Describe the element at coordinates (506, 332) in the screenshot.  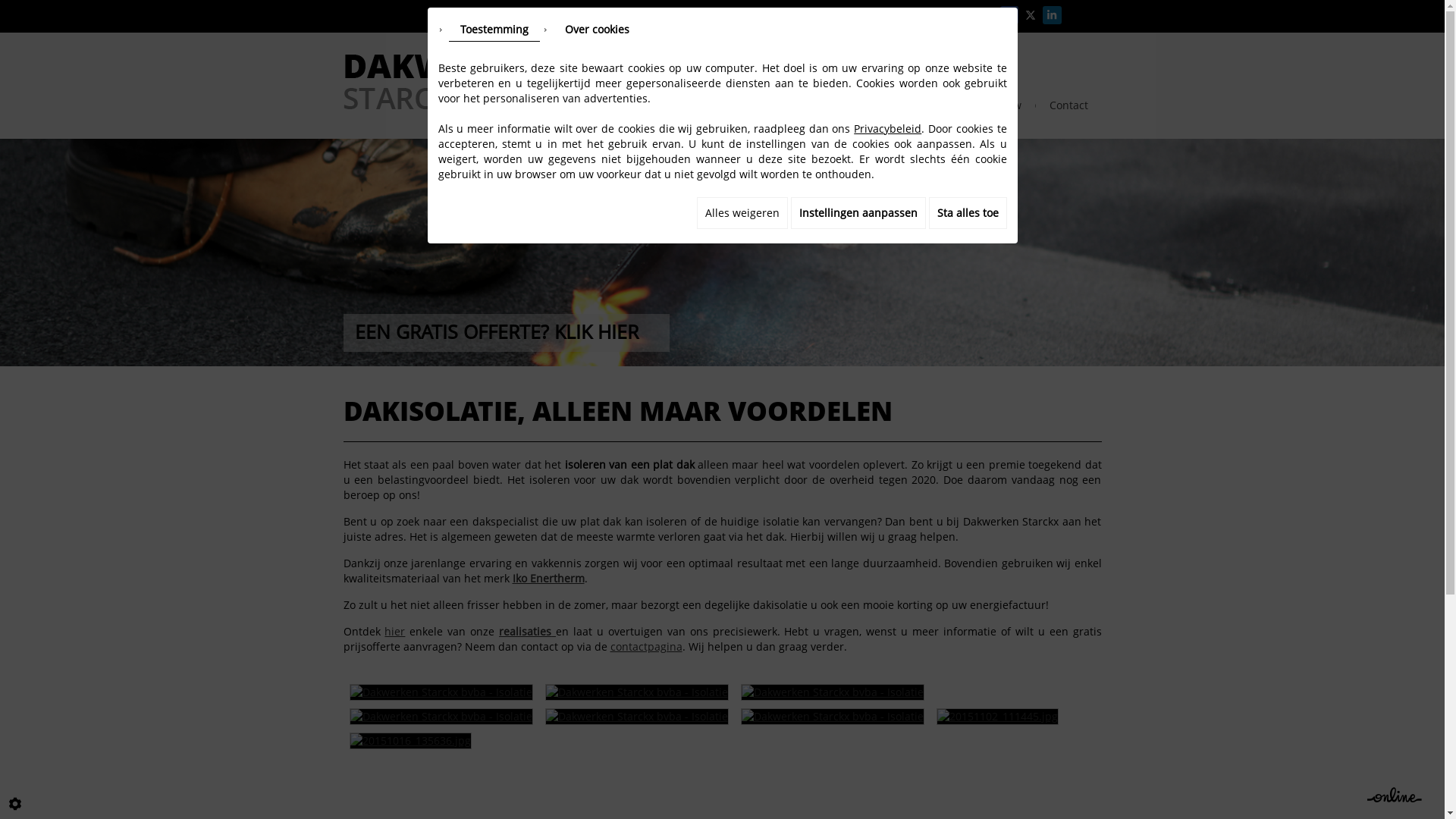
I see `'EEN GRATIS OFFERTE? KLIK HIER'` at that location.